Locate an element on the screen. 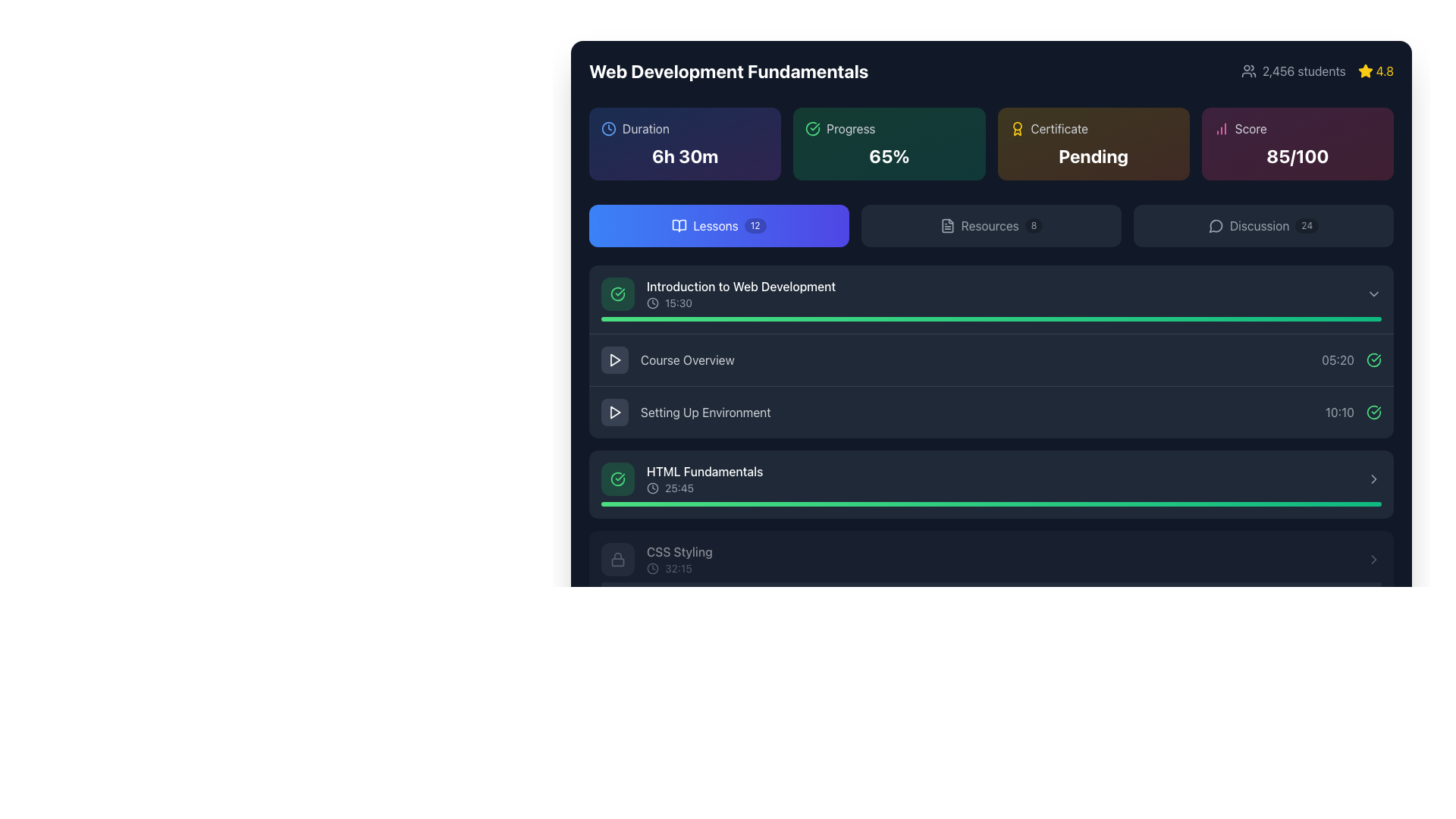 The image size is (1456, 819). displayed timestamp from the text label indicating the duration of the 'Introduction to Web Development' lesson, which is positioned to the right of the clock icon and below the item's title text is located at coordinates (678, 303).